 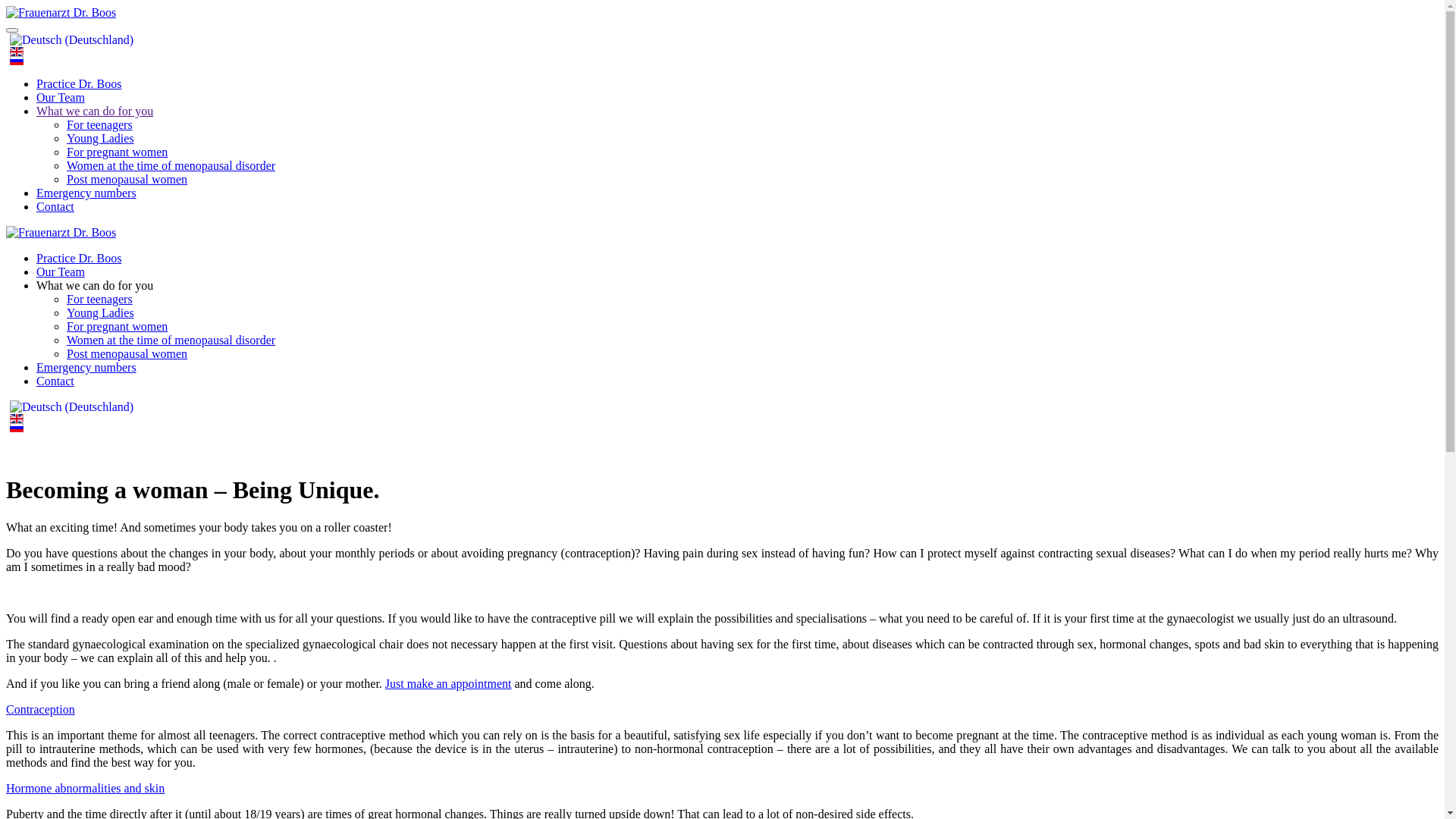 I want to click on 'Practice Dr. Boos', so click(x=36, y=257).